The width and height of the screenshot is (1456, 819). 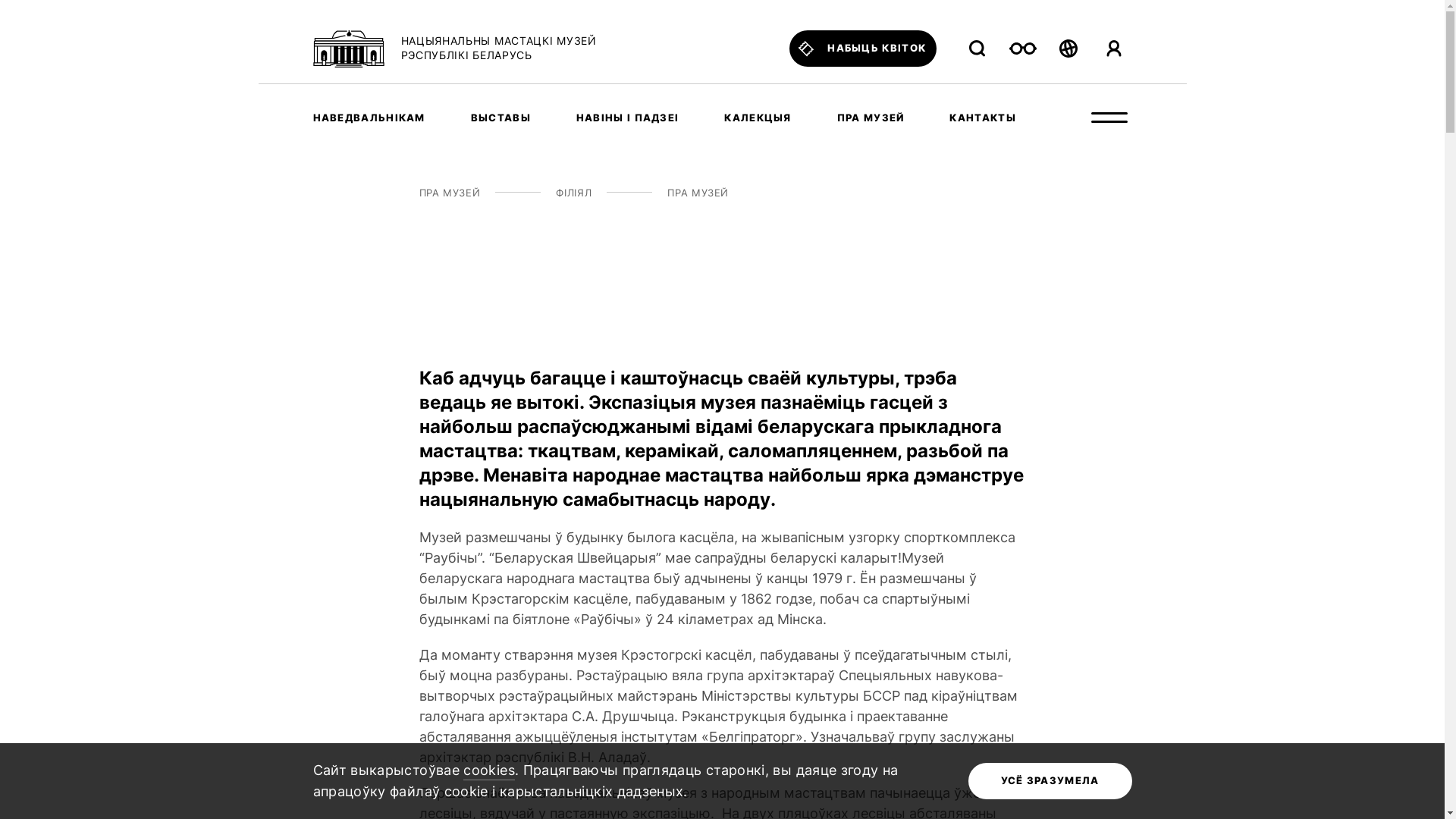 I want to click on 'cookies', so click(x=488, y=771).